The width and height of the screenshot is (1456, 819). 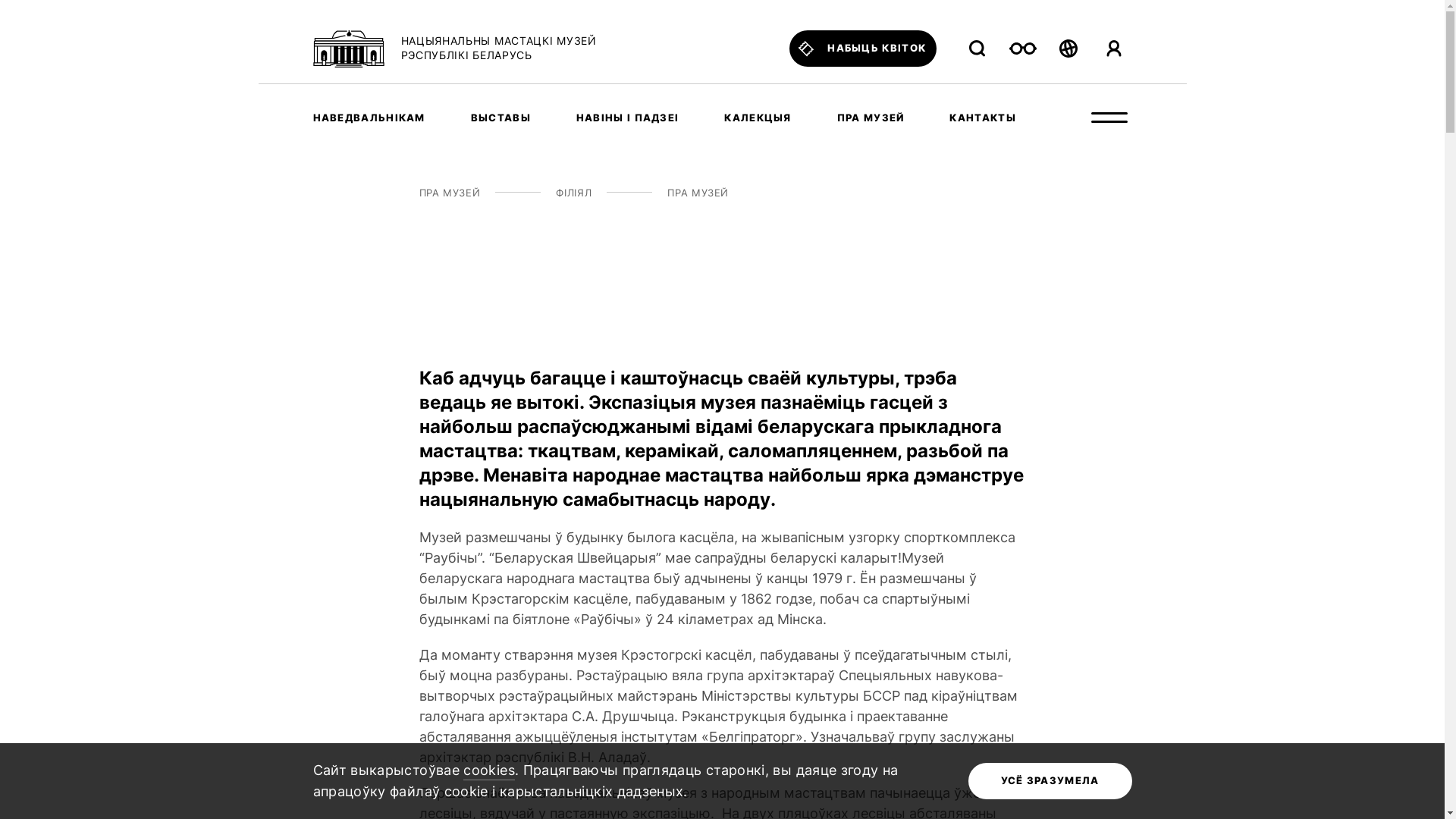 I want to click on 'cookies', so click(x=488, y=771).